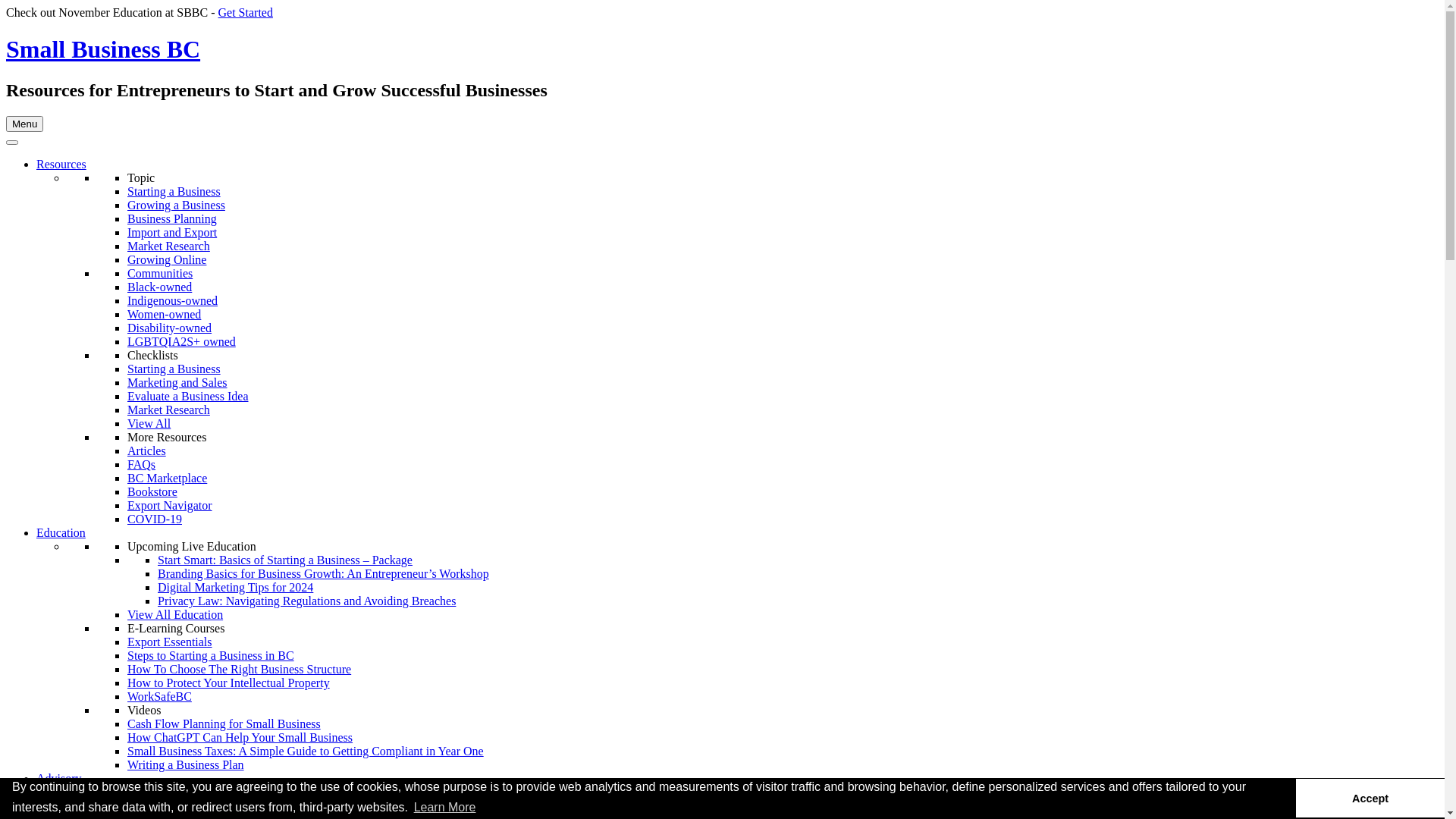 Image resolution: width=1456 pixels, height=819 pixels. Describe the element at coordinates (127, 450) in the screenshot. I see `'Articles'` at that location.